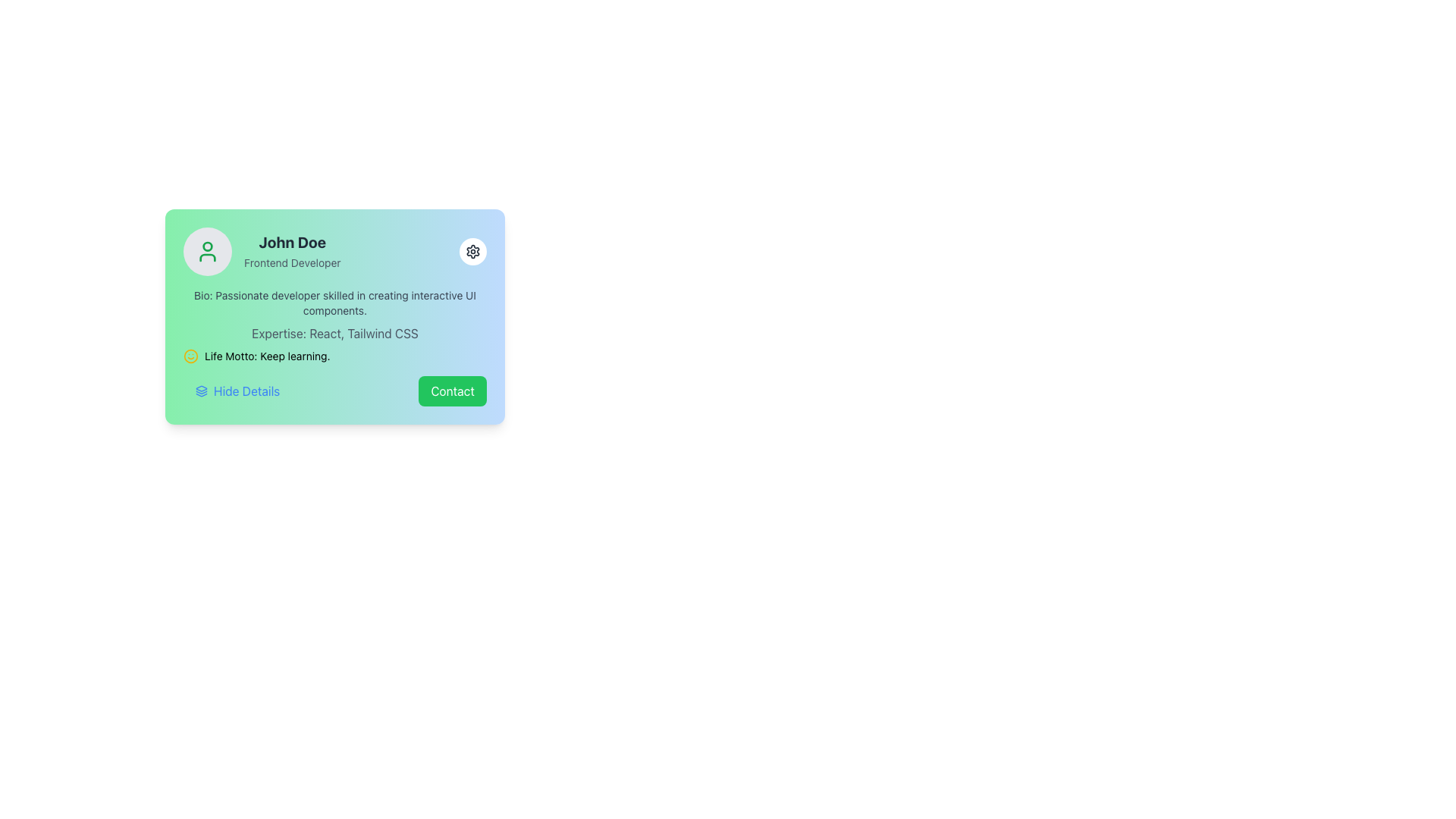 The height and width of the screenshot is (819, 1456). What do you see at coordinates (206, 250) in the screenshot?
I see `the Avatar component located in the top-left section of the profile card, adjacent to the name and role labels` at bounding box center [206, 250].